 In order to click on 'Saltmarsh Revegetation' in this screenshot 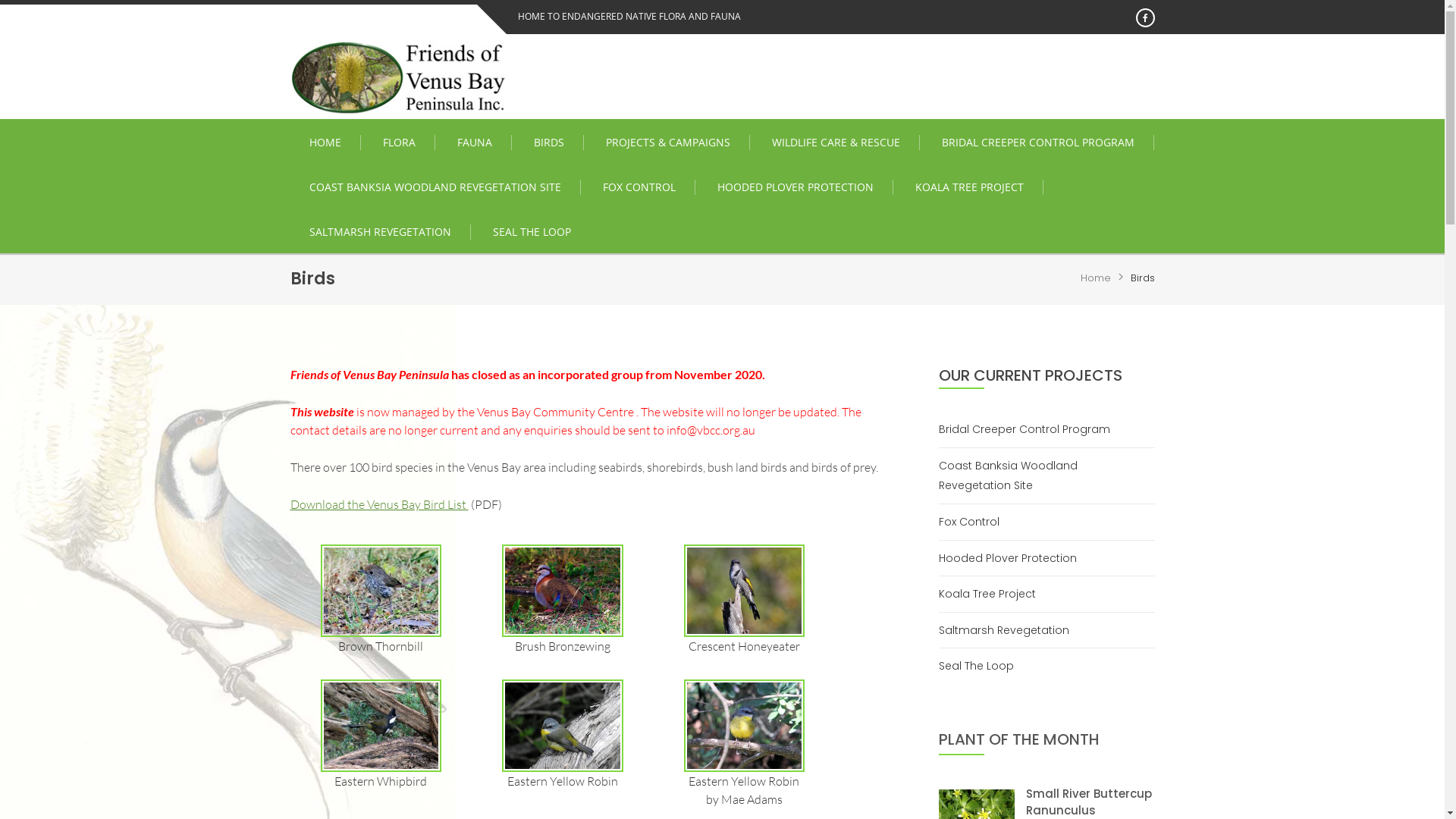, I will do `click(1009, 630)`.